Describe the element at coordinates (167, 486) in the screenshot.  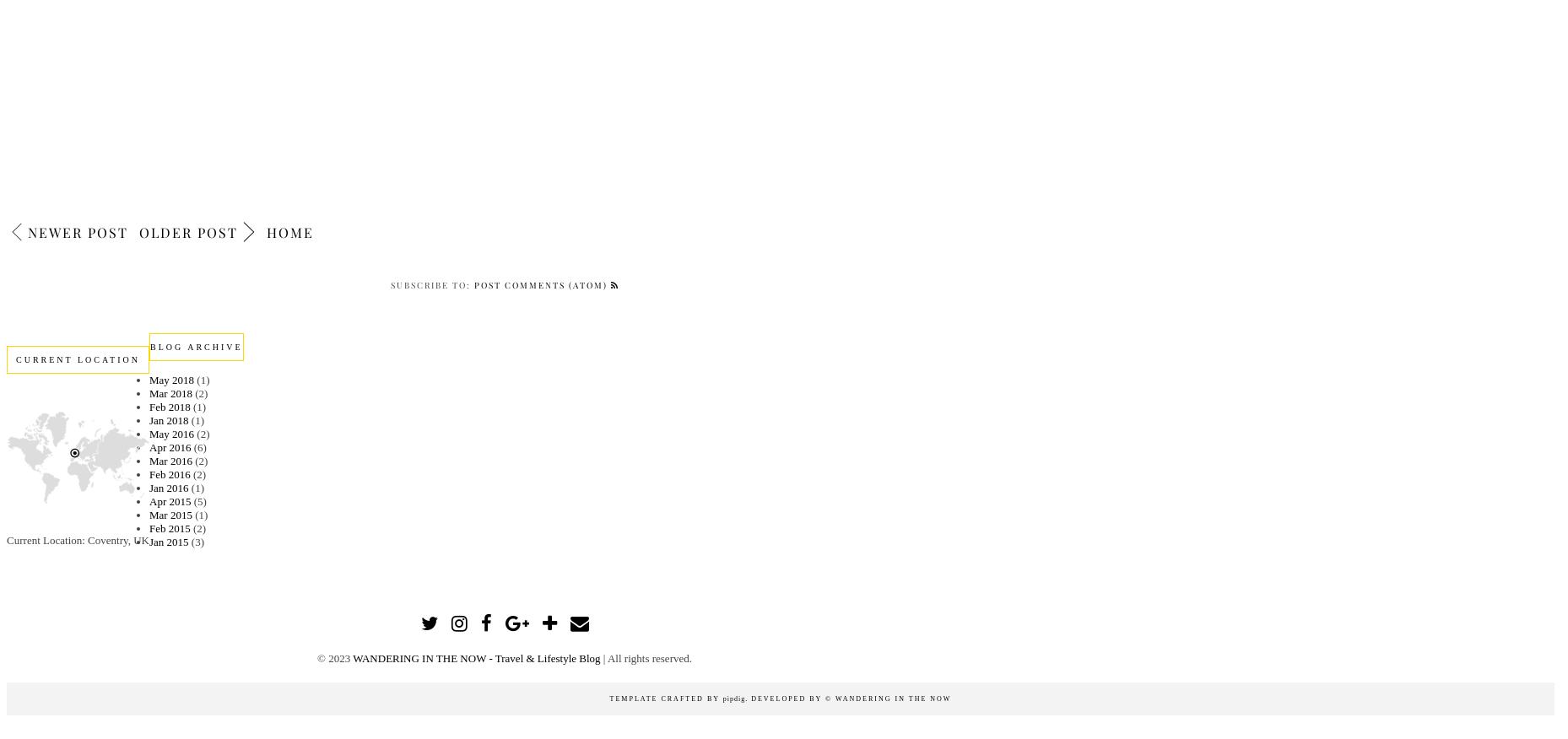
I see `'Jan 2016'` at that location.